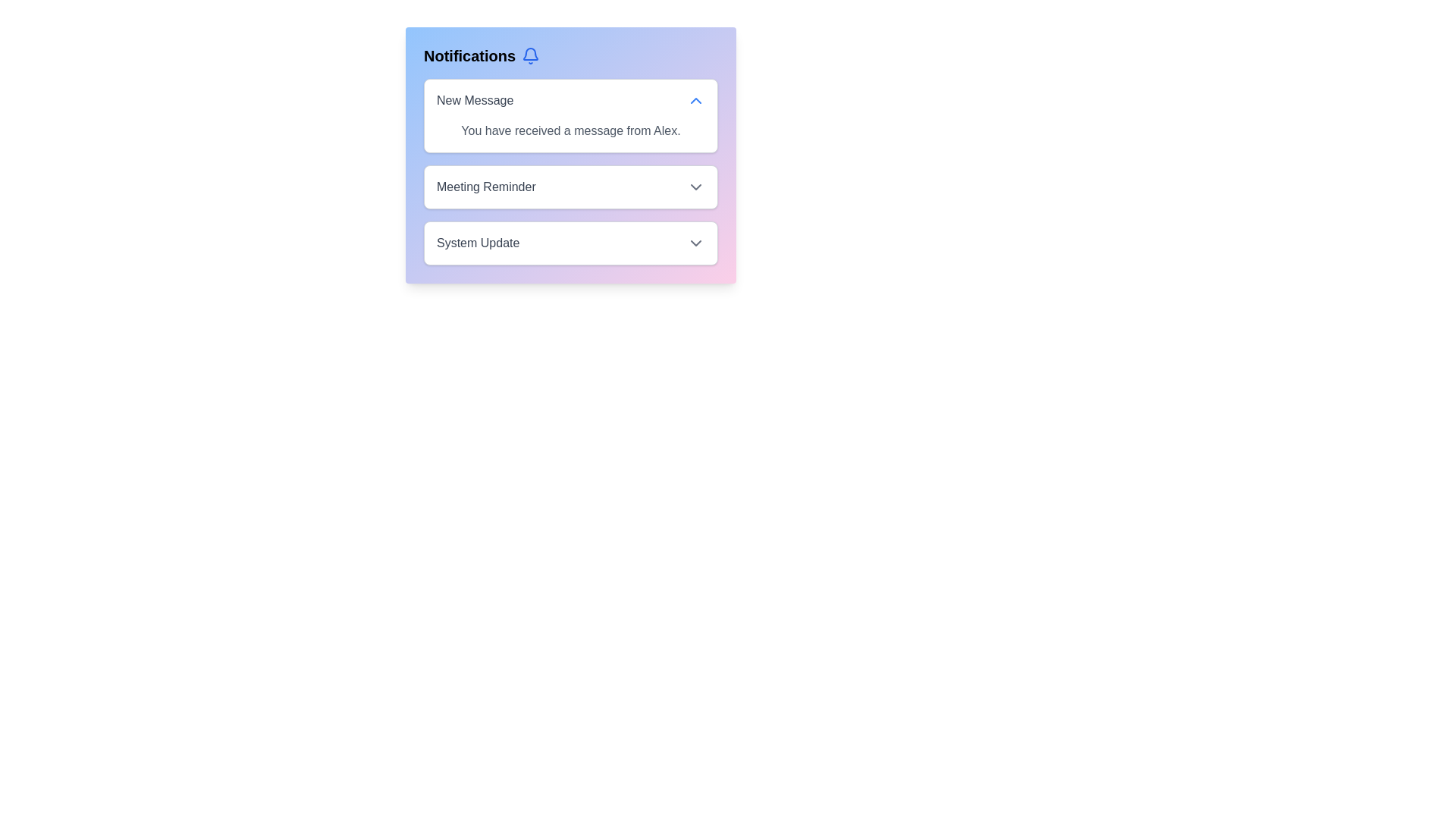  What do you see at coordinates (570, 171) in the screenshot?
I see `the second item in the notification list, which is the Informational Card displaying meeting reminder details` at bounding box center [570, 171].